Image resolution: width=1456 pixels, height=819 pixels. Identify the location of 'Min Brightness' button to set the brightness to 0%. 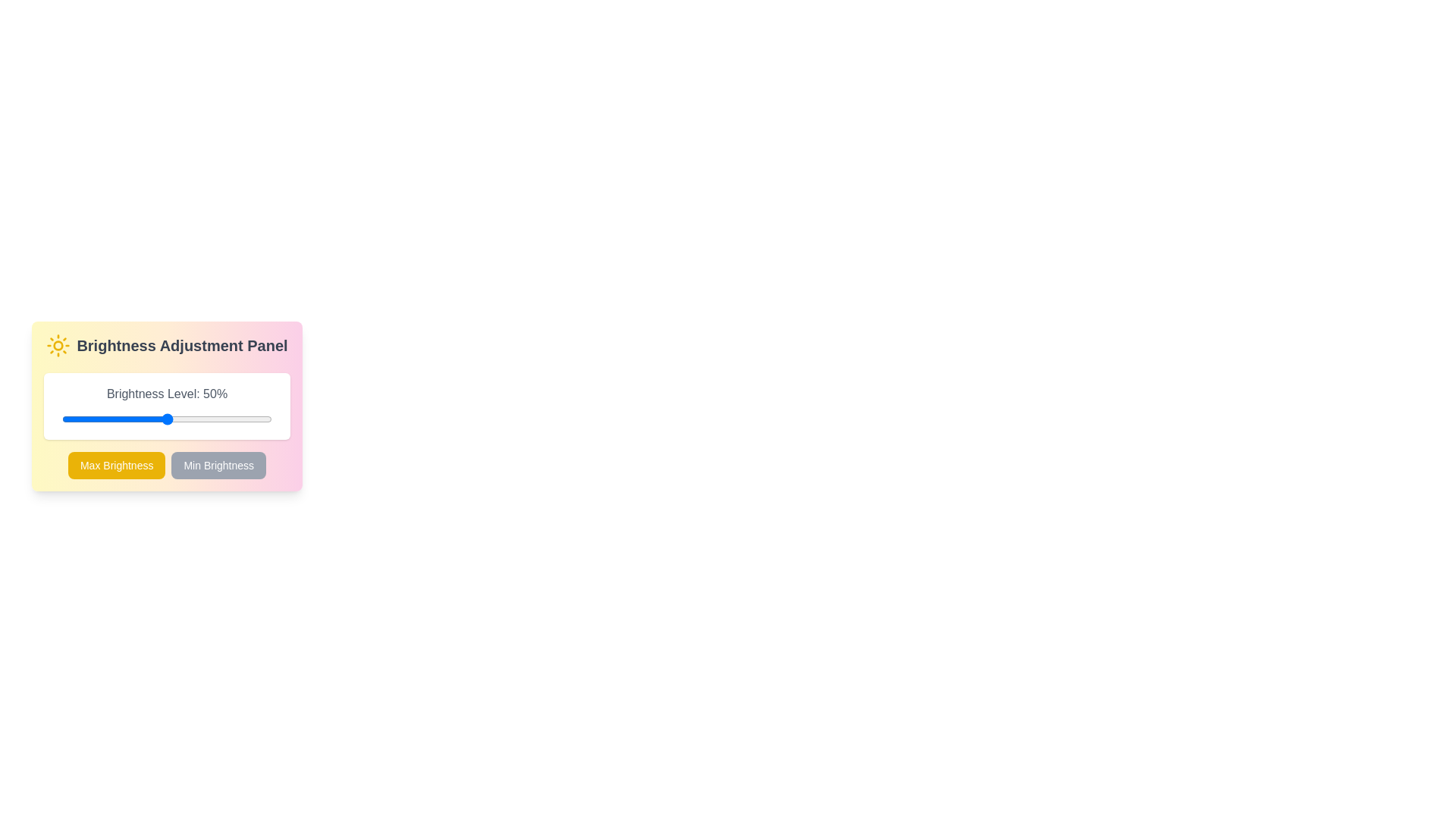
(218, 464).